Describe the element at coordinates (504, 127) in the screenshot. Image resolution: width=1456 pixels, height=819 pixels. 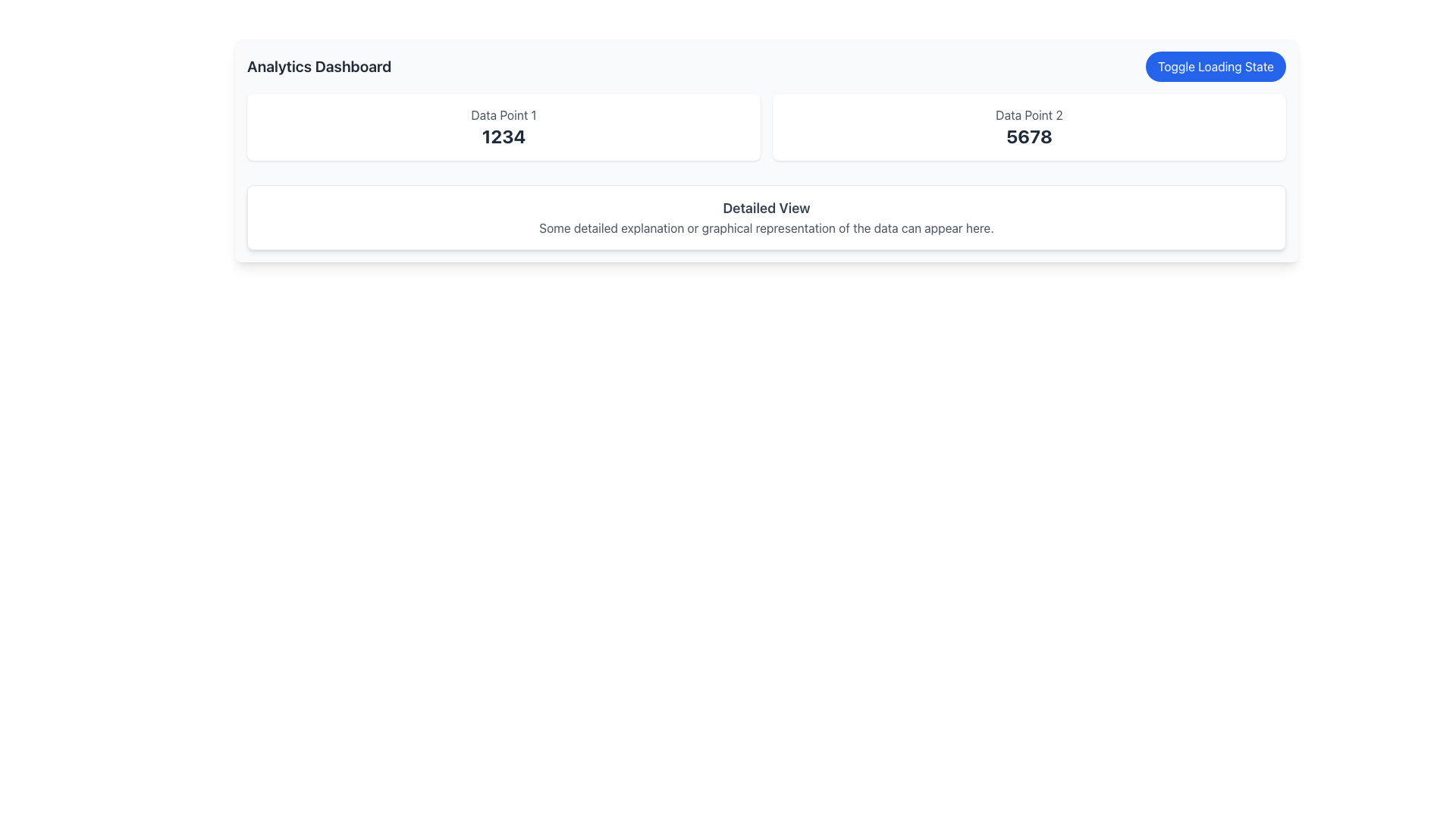
I see `the Card component displaying 'Data Point 1' with the value '1234' in the Analytics Dashboard` at that location.